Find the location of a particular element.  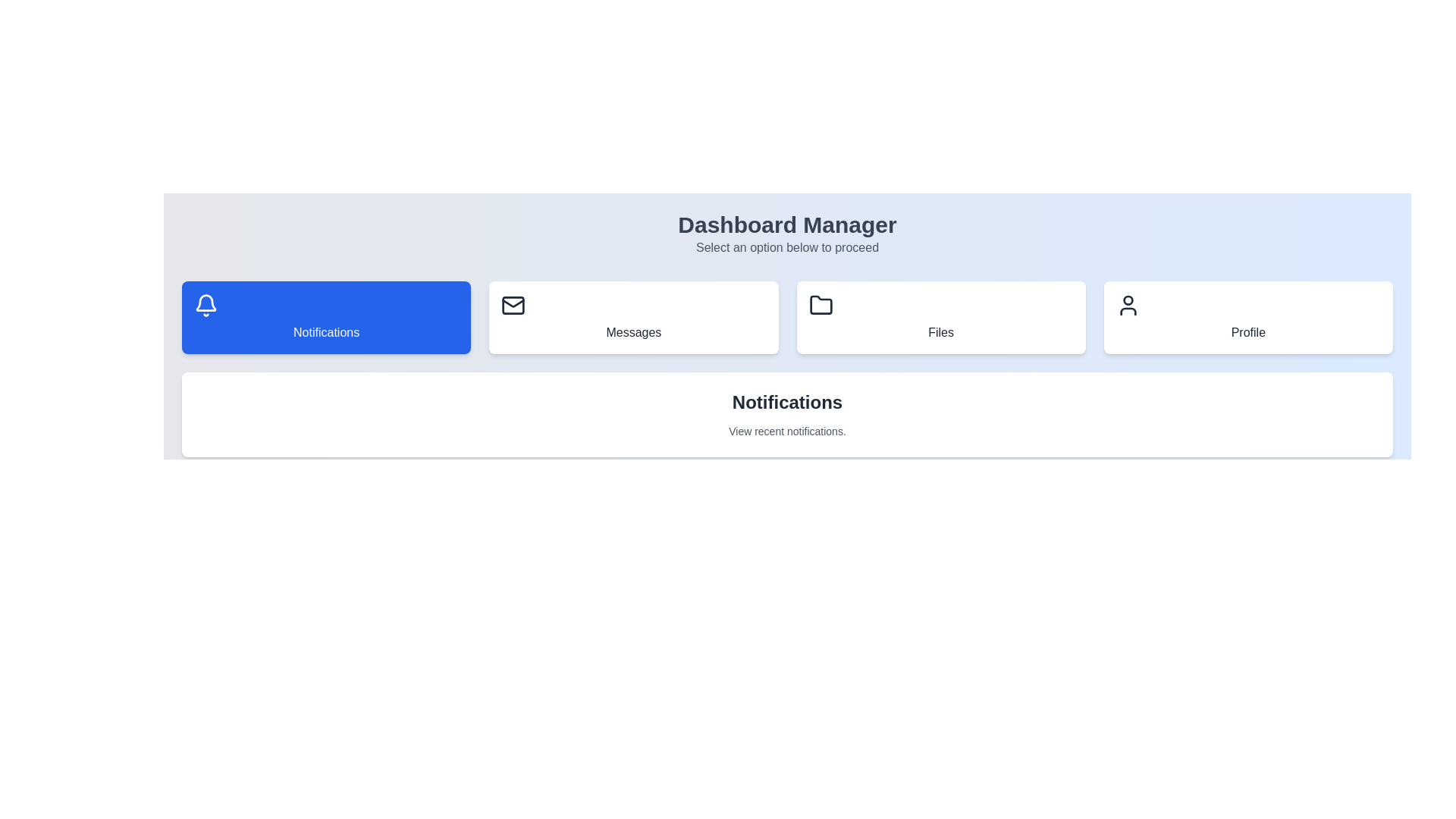

the notification bell icon located above the label text of the blue 'Notifications' button in the top-left section of the interface is located at coordinates (206, 303).